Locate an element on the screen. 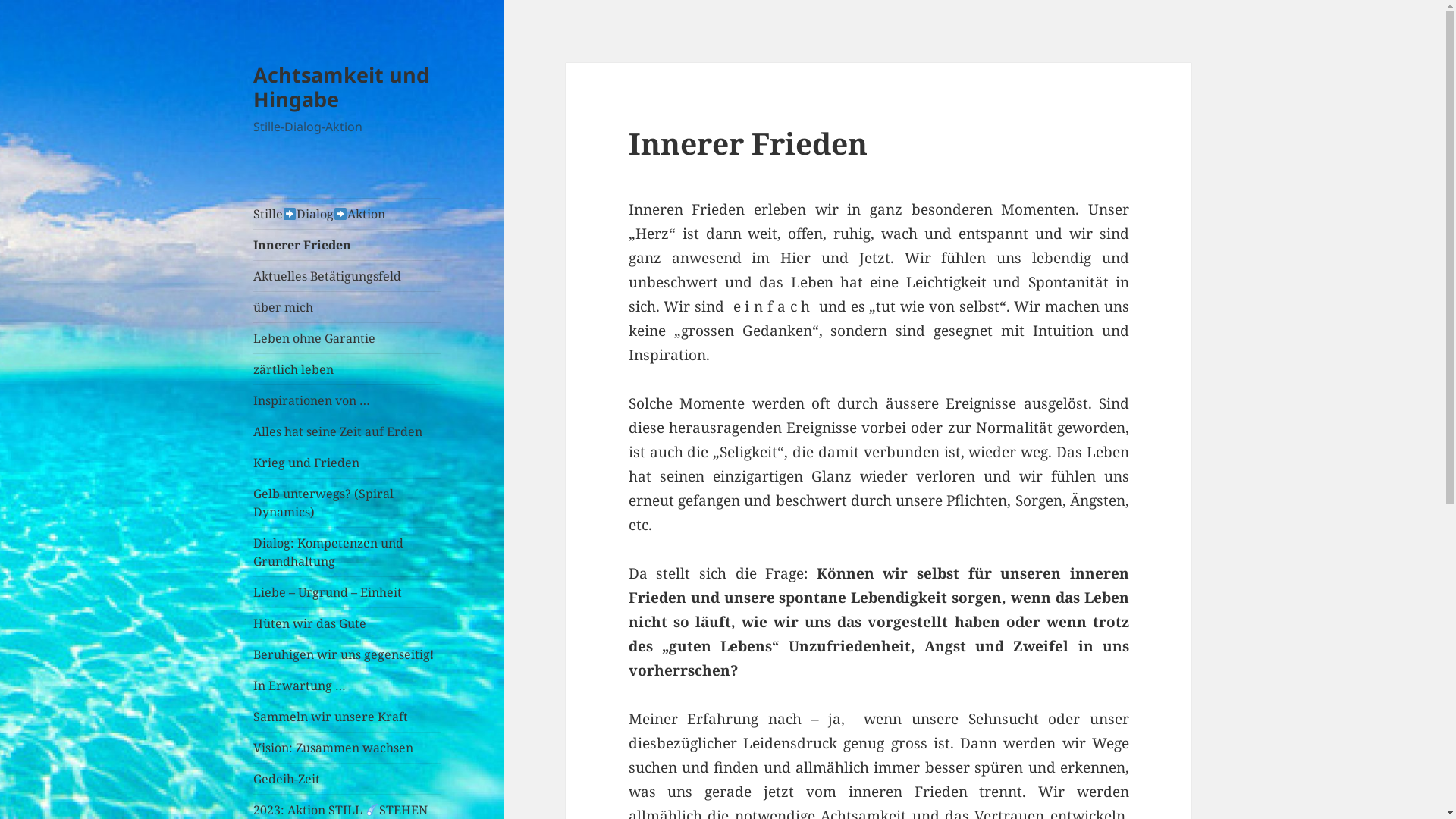 This screenshot has width=1456, height=819. 'Gelb unterwegs? (Spiral Dynamics)' is located at coordinates (253, 503).